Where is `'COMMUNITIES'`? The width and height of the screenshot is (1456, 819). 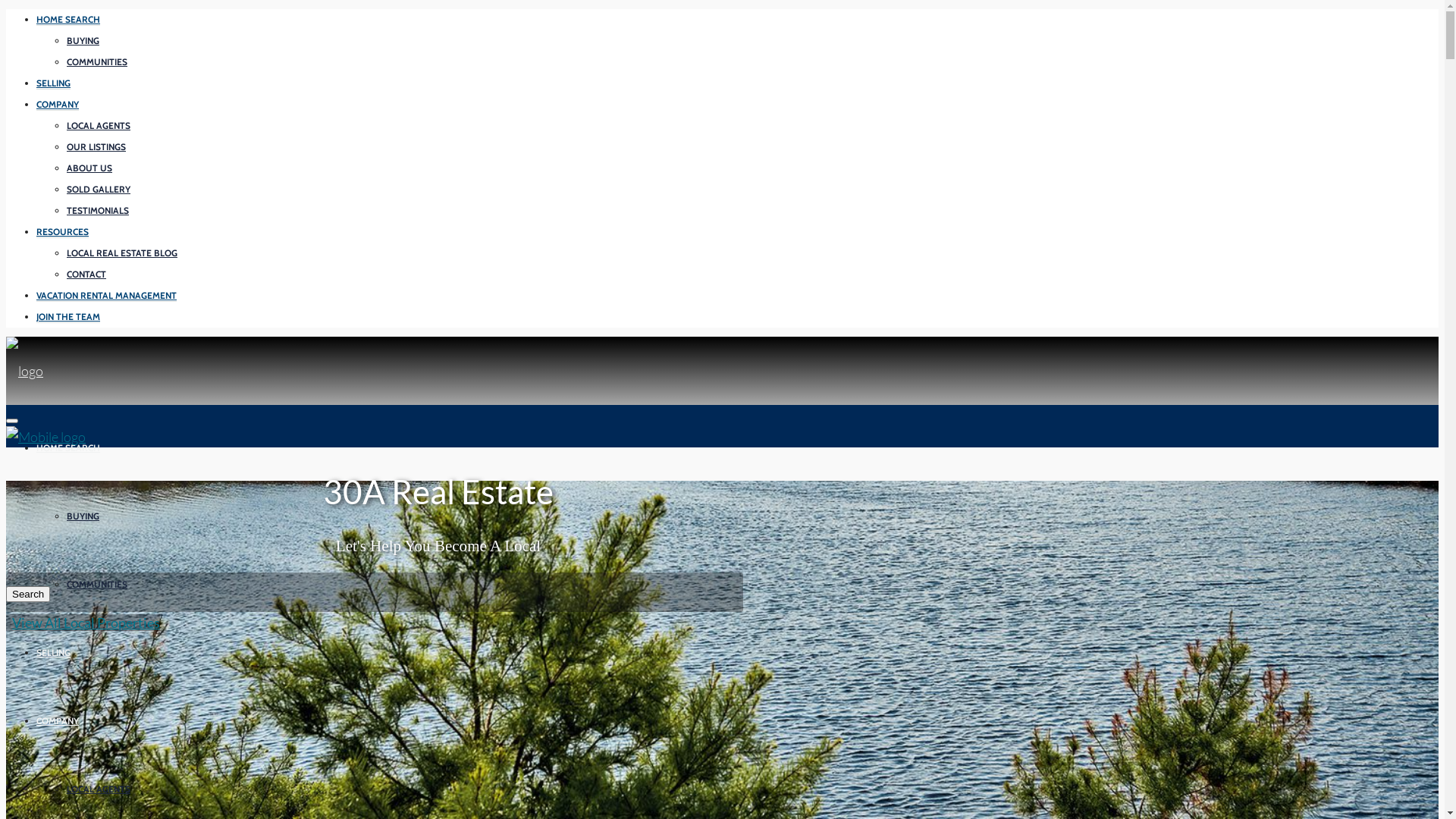 'COMMUNITIES' is located at coordinates (96, 584).